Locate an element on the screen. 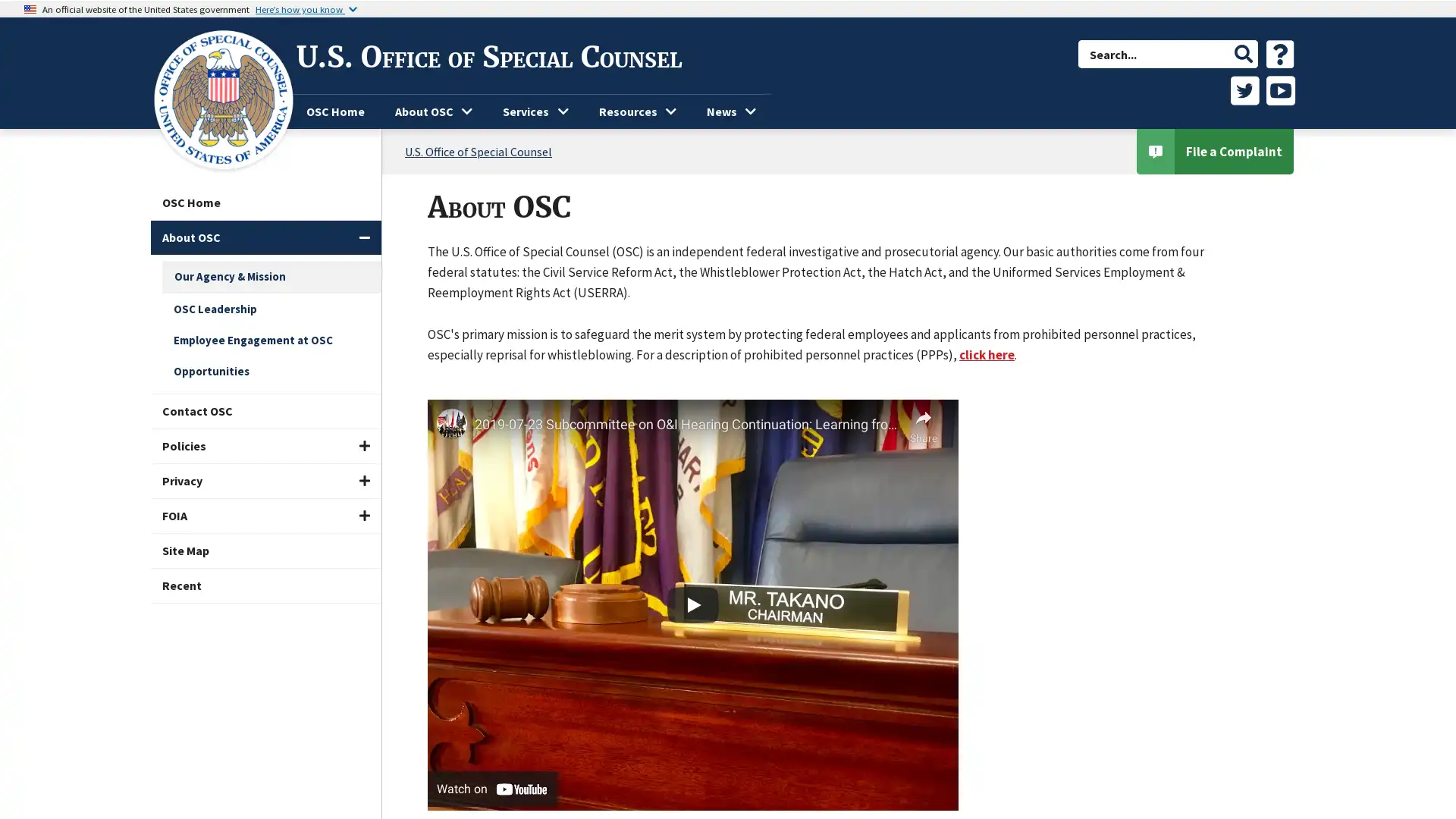 This screenshot has height=819, width=1456. Services is located at coordinates (535, 111).